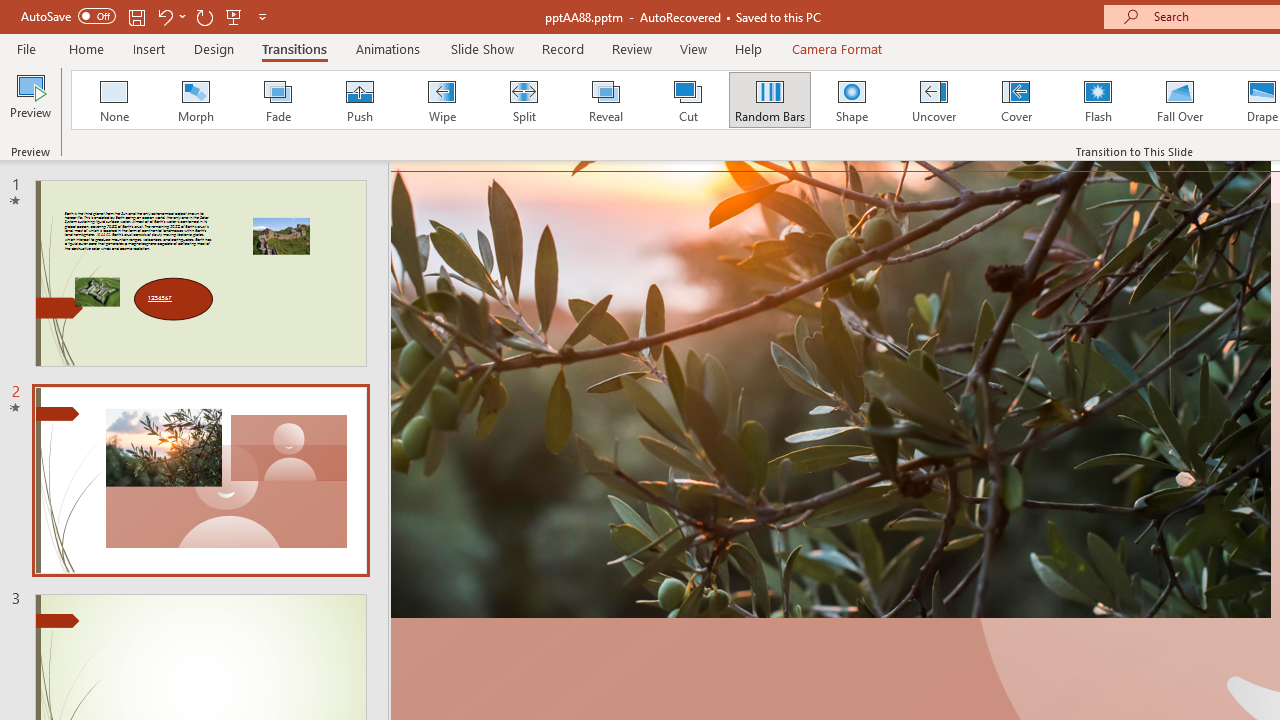  I want to click on 'Split', so click(523, 100).